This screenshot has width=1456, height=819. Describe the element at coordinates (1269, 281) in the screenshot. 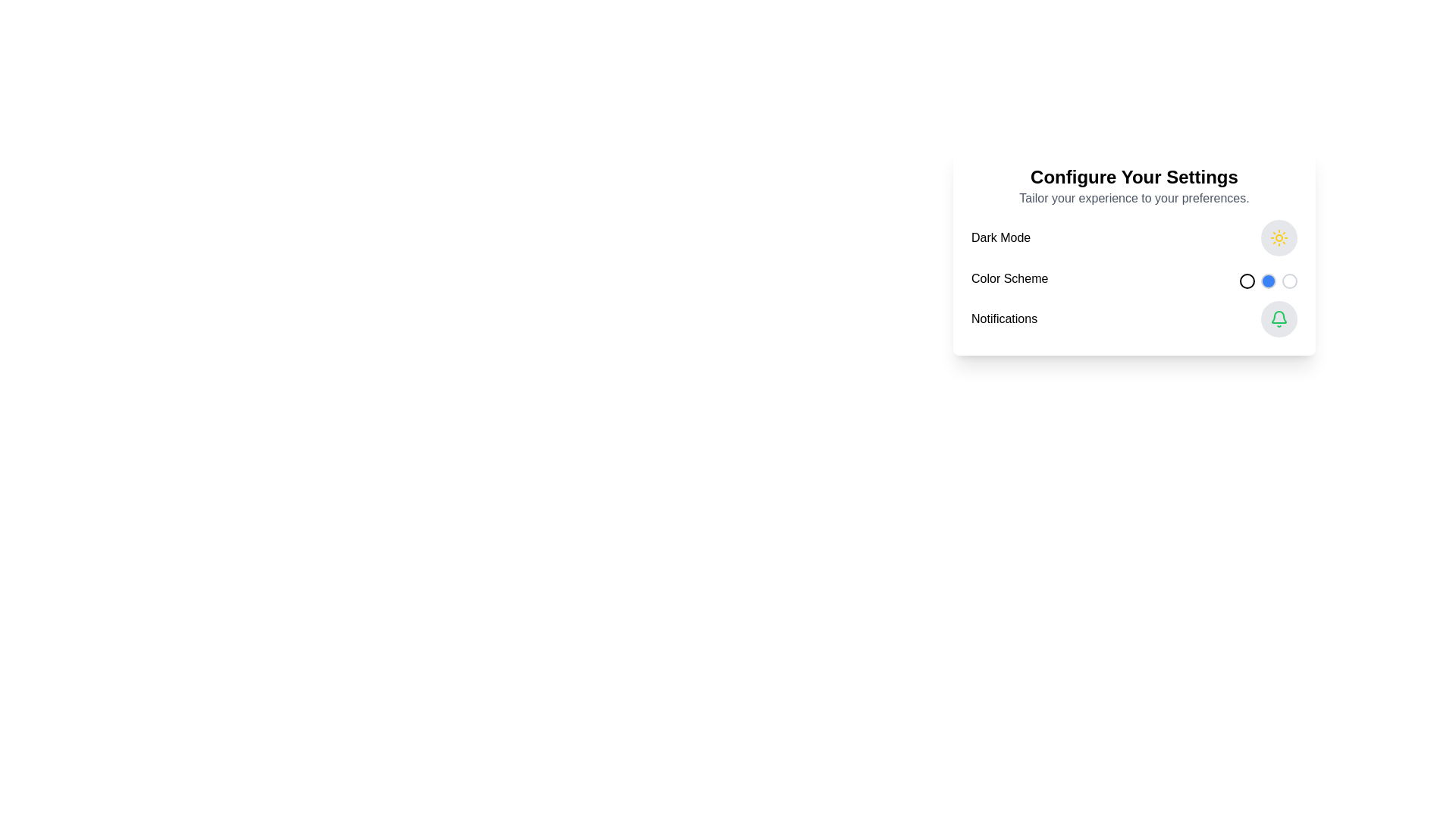

I see `the second button with a blue fill color under the 'Color Scheme' label in the settings card` at that location.